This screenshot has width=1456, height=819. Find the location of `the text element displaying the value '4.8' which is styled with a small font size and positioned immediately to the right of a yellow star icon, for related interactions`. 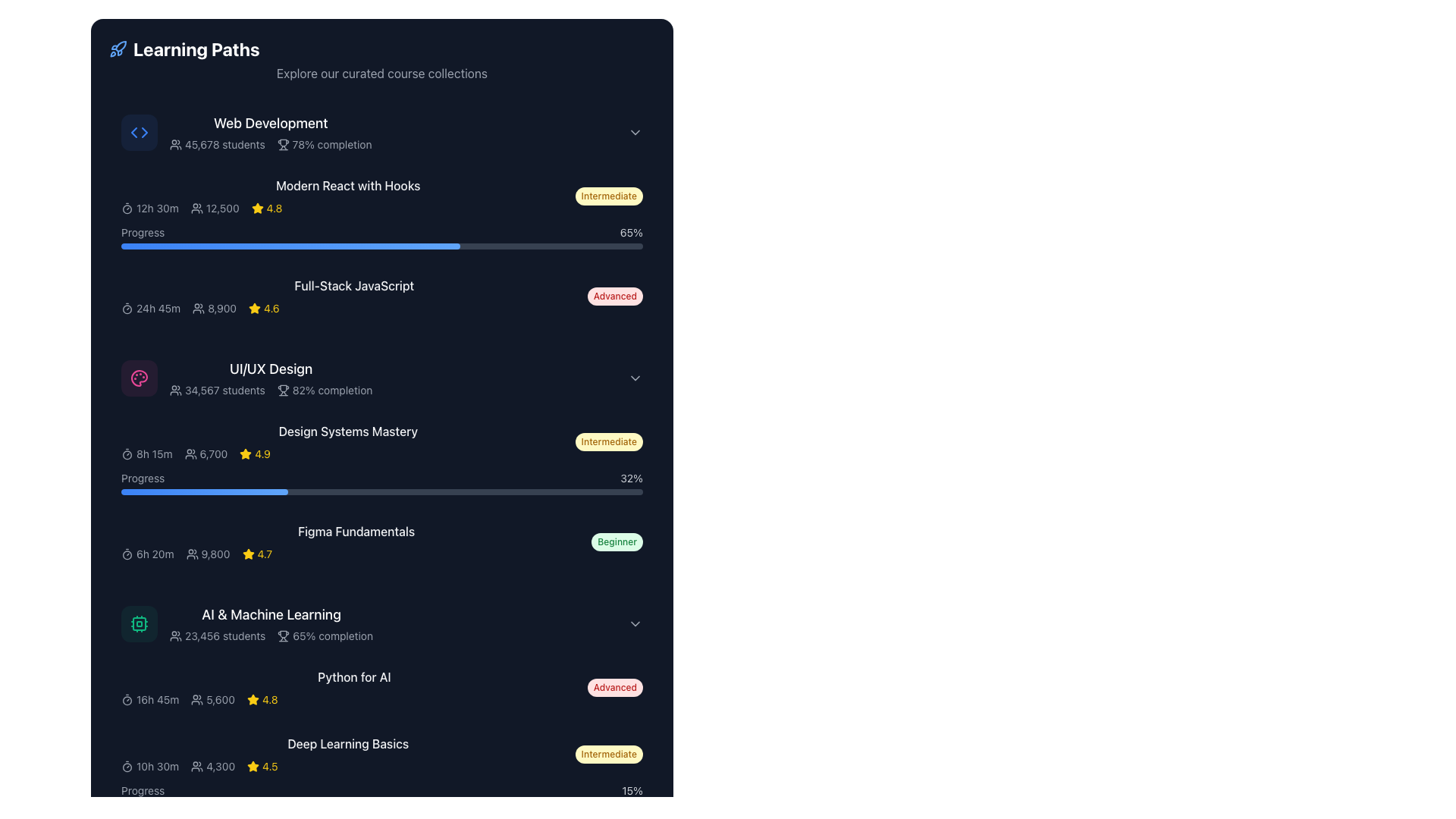

the text element displaying the value '4.8' which is styled with a small font size and positioned immediately to the right of a yellow star icon, for related interactions is located at coordinates (275, 208).